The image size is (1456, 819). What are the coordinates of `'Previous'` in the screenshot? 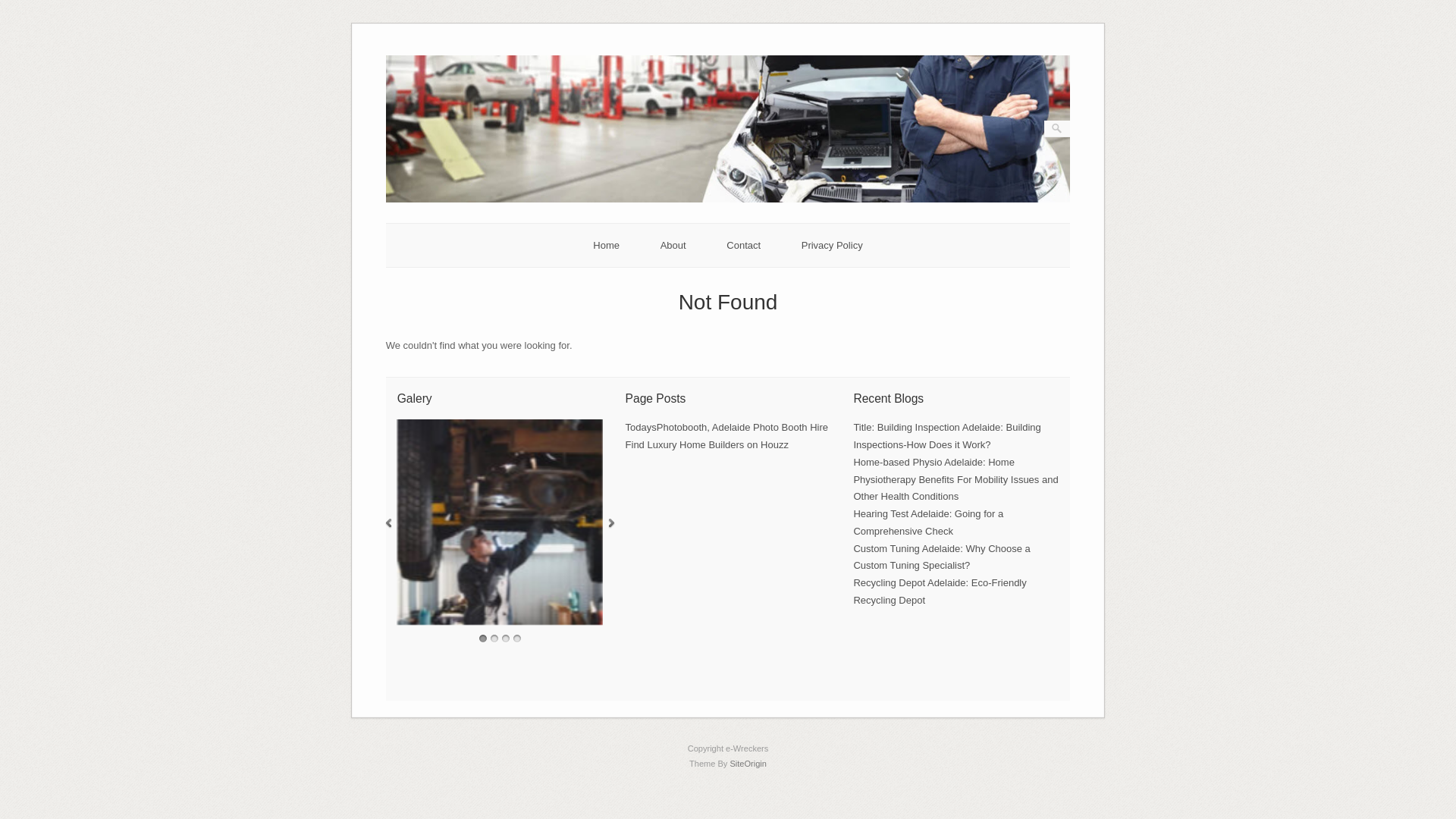 It's located at (388, 522).